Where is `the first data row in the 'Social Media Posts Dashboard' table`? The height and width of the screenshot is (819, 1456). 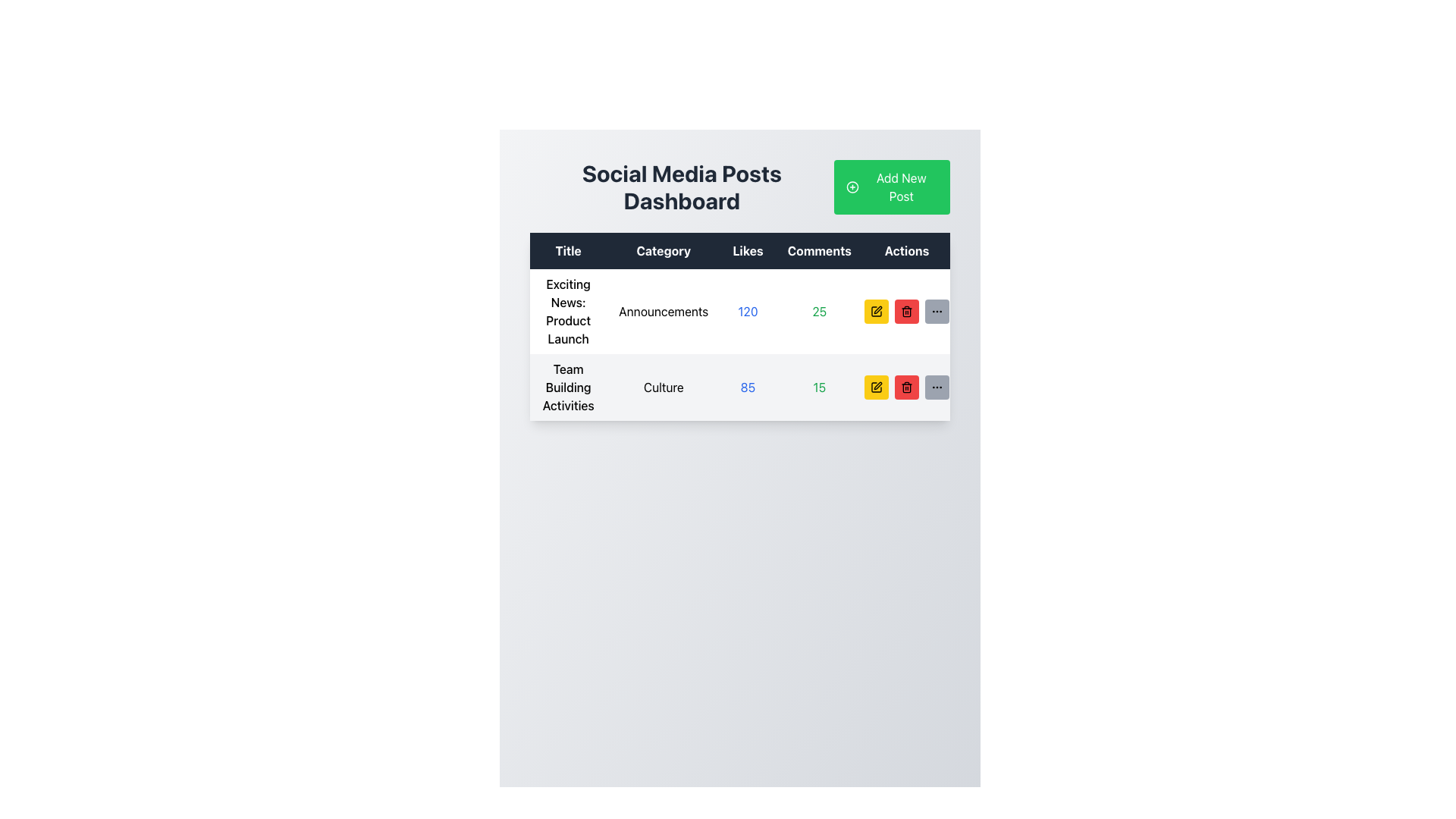
the first data row in the 'Social Media Posts Dashboard' table is located at coordinates (739, 345).